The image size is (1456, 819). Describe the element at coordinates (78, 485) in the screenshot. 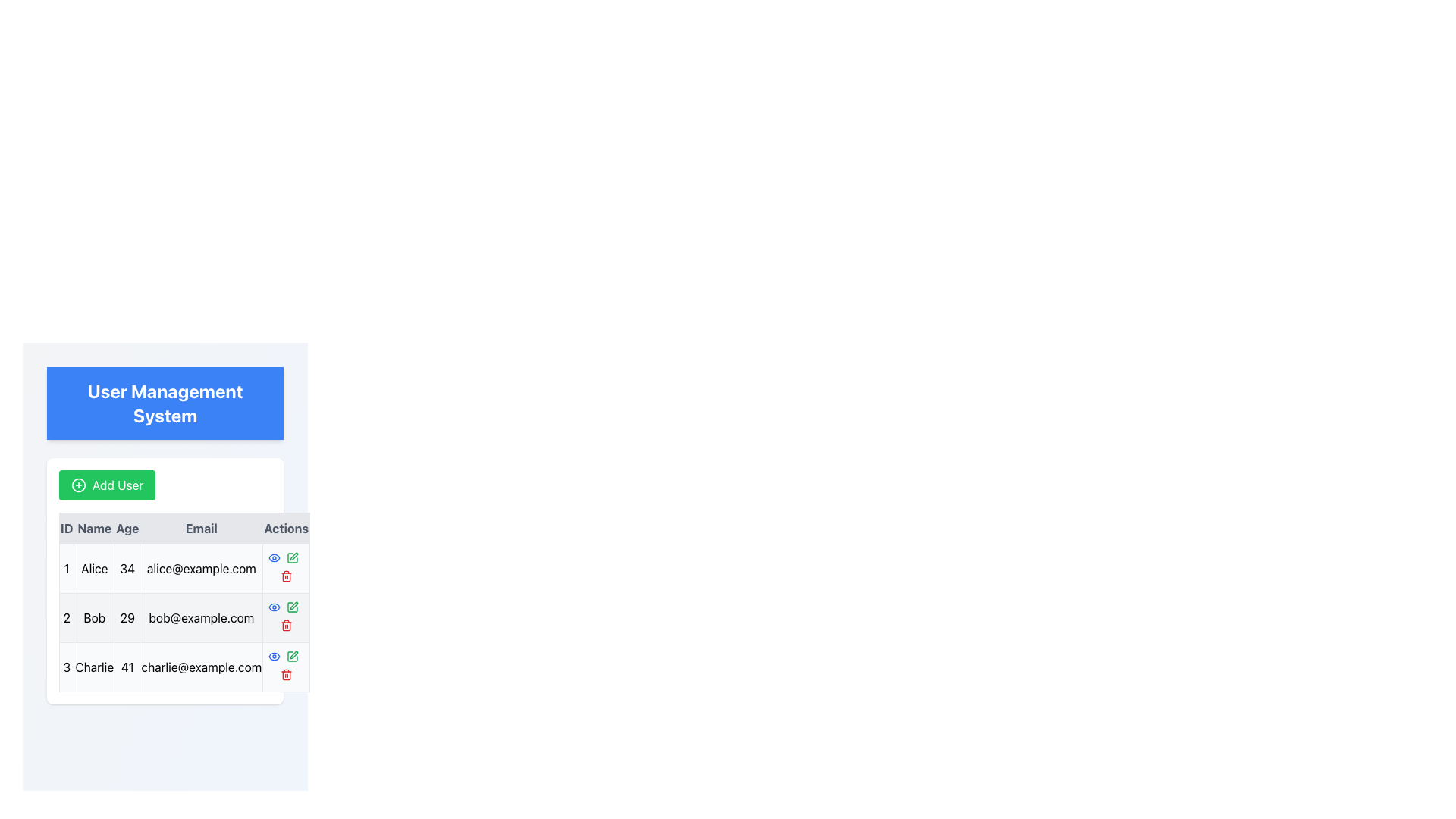

I see `the outermost circular shape of the 'Add User' button, which symbolizes the ability to add items or users` at that location.